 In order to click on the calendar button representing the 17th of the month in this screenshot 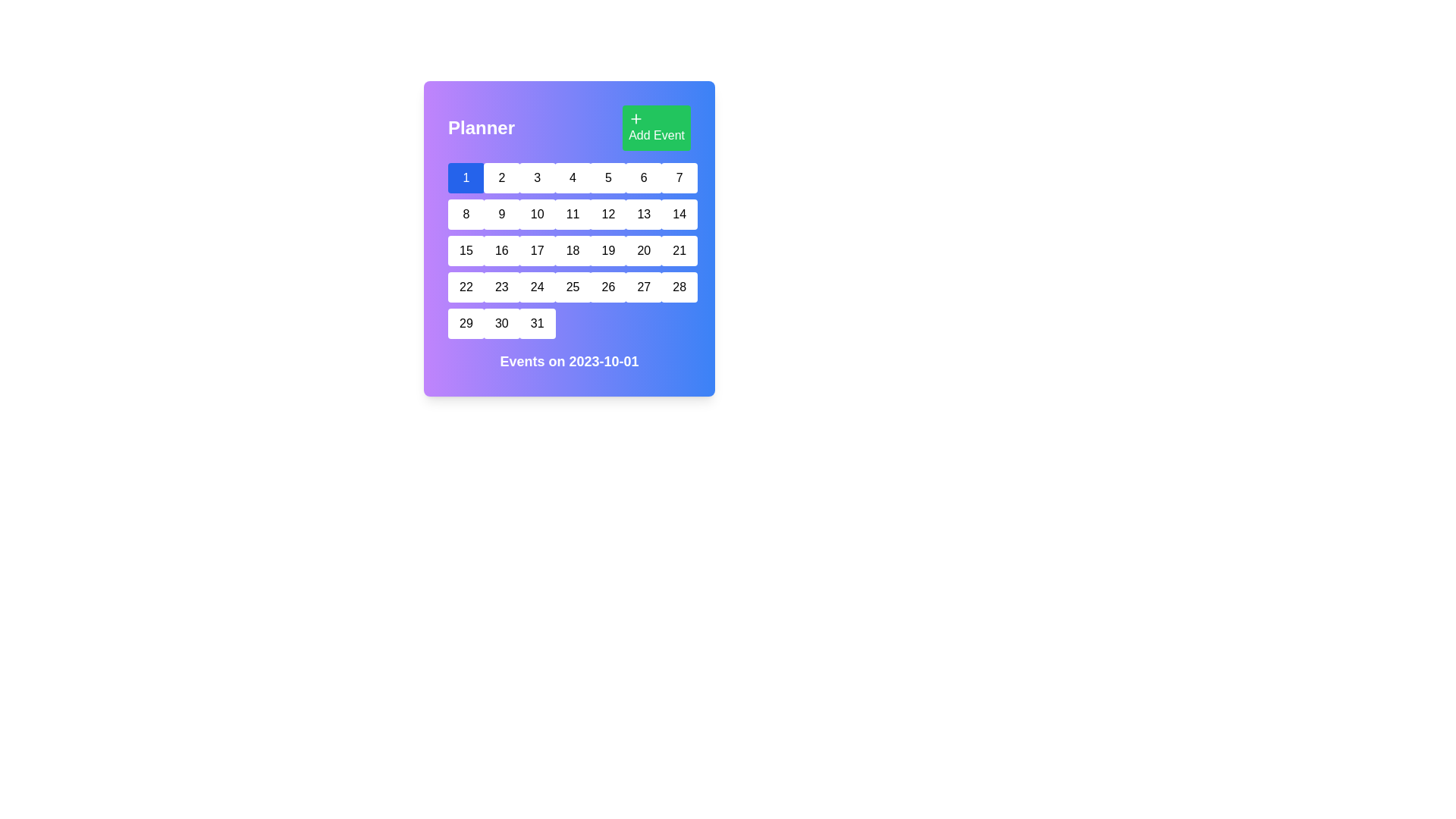, I will do `click(537, 250)`.